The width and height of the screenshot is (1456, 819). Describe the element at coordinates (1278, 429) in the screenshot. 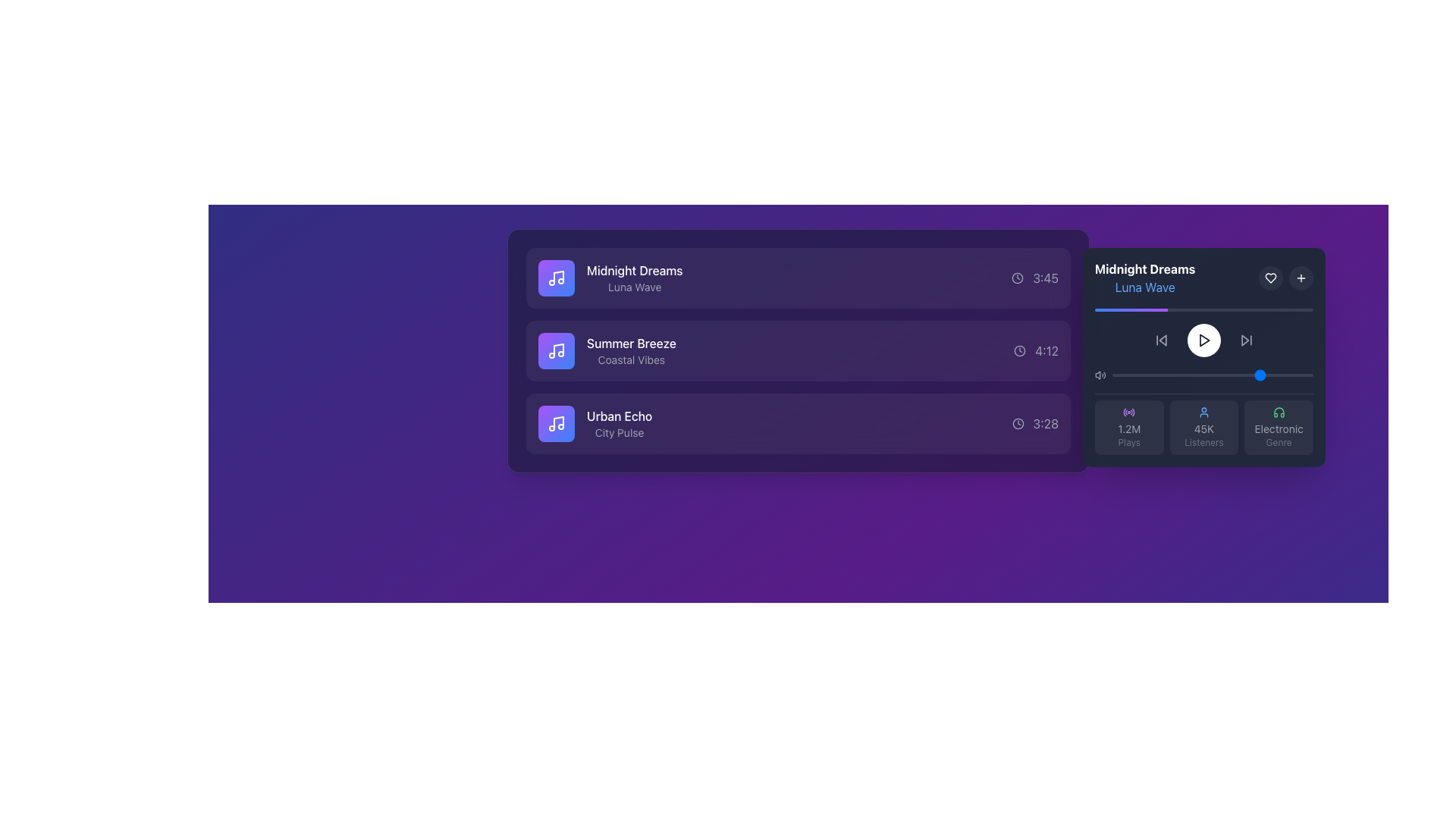

I see `the text label displaying the genre name 'Electronic', which is located under a green headphones icon and above the text label 'Genre' within a user interface card` at that location.